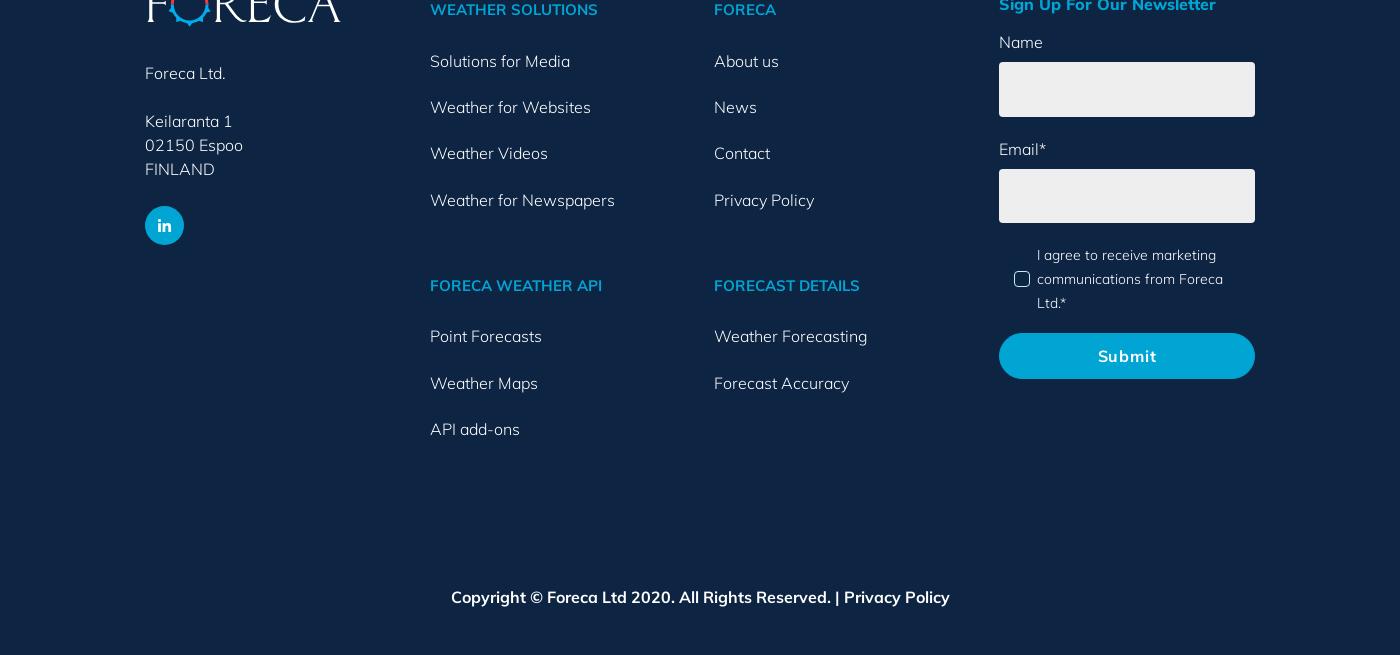 Image resolution: width=1400 pixels, height=655 pixels. I want to click on 'Foreca Weather API', so click(428, 284).